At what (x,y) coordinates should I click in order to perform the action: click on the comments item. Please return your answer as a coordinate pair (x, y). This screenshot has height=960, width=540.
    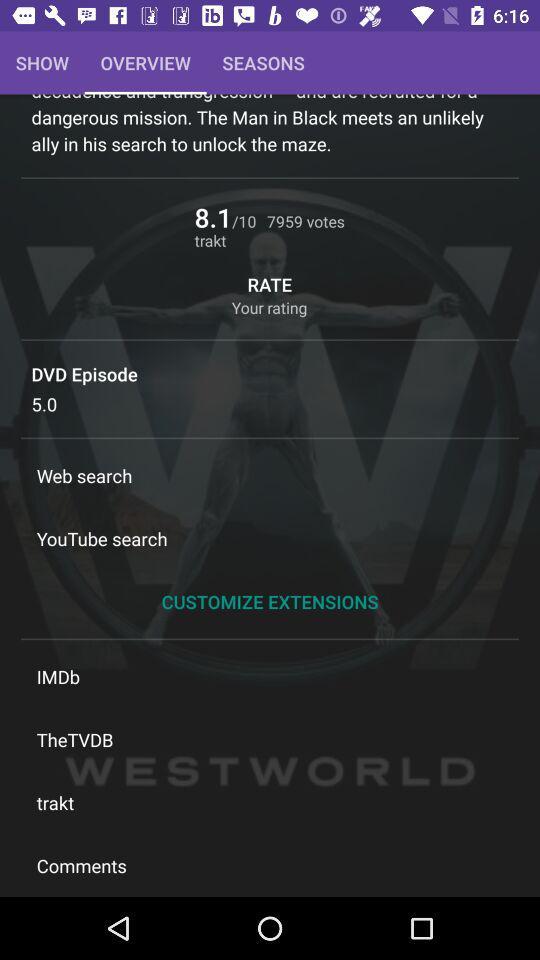
    Looking at the image, I should click on (270, 864).